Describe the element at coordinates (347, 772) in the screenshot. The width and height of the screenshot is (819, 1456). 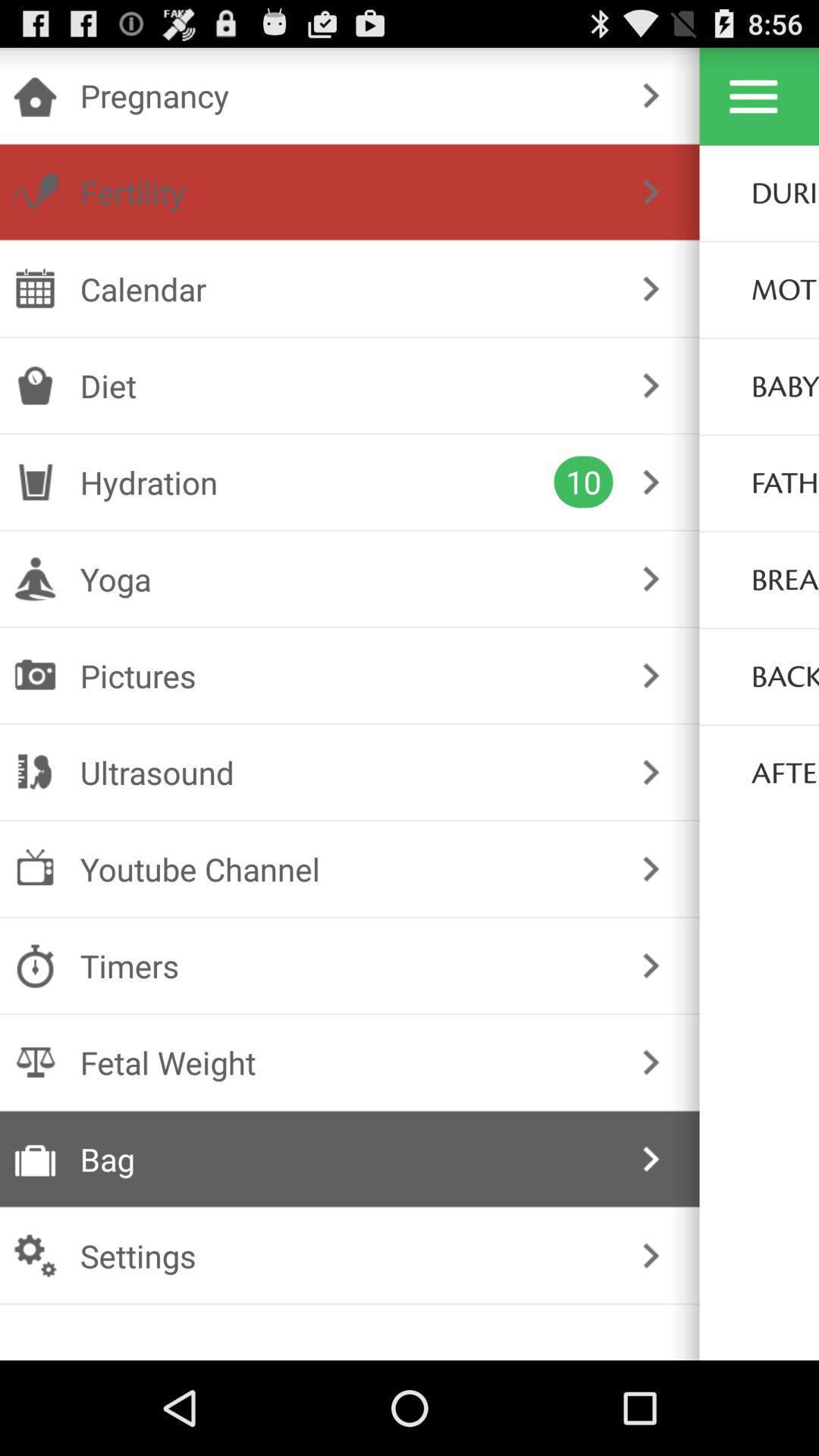
I see `the ultrasound checkbox` at that location.